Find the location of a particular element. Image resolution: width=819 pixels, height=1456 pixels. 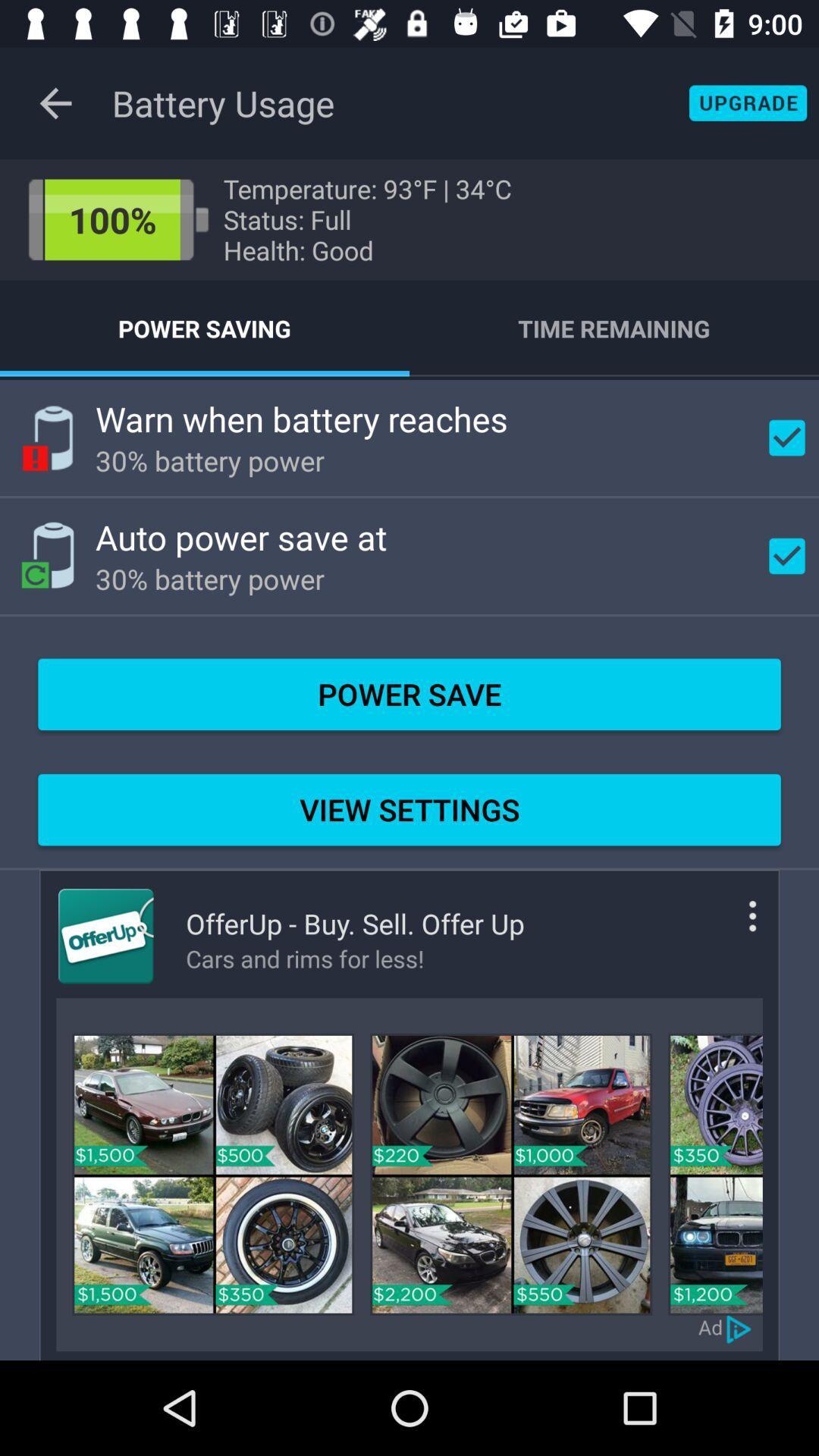

this advertisement is located at coordinates (213, 1173).